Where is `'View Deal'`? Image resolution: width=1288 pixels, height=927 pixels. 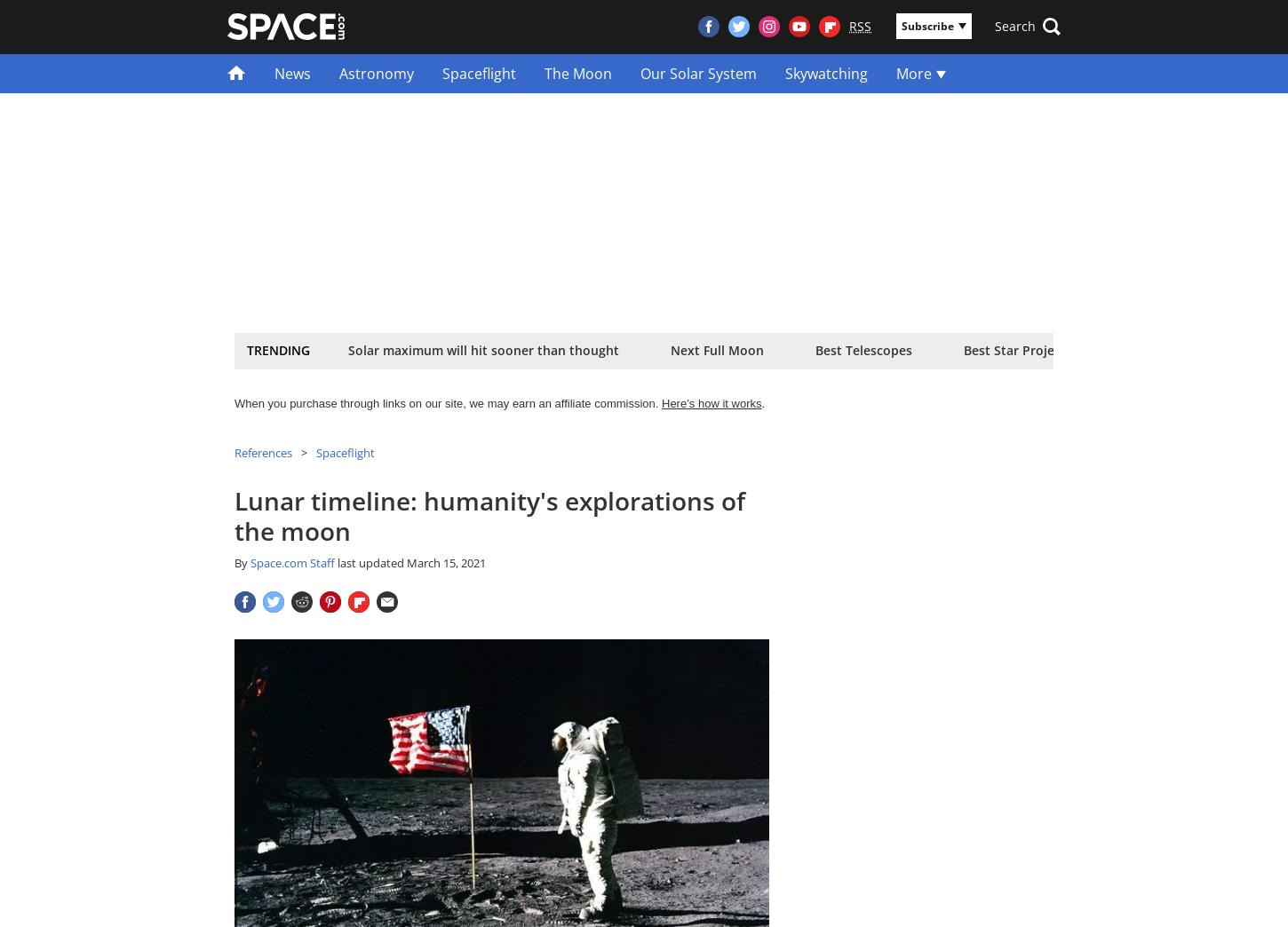 'View Deal' is located at coordinates (734, 416).